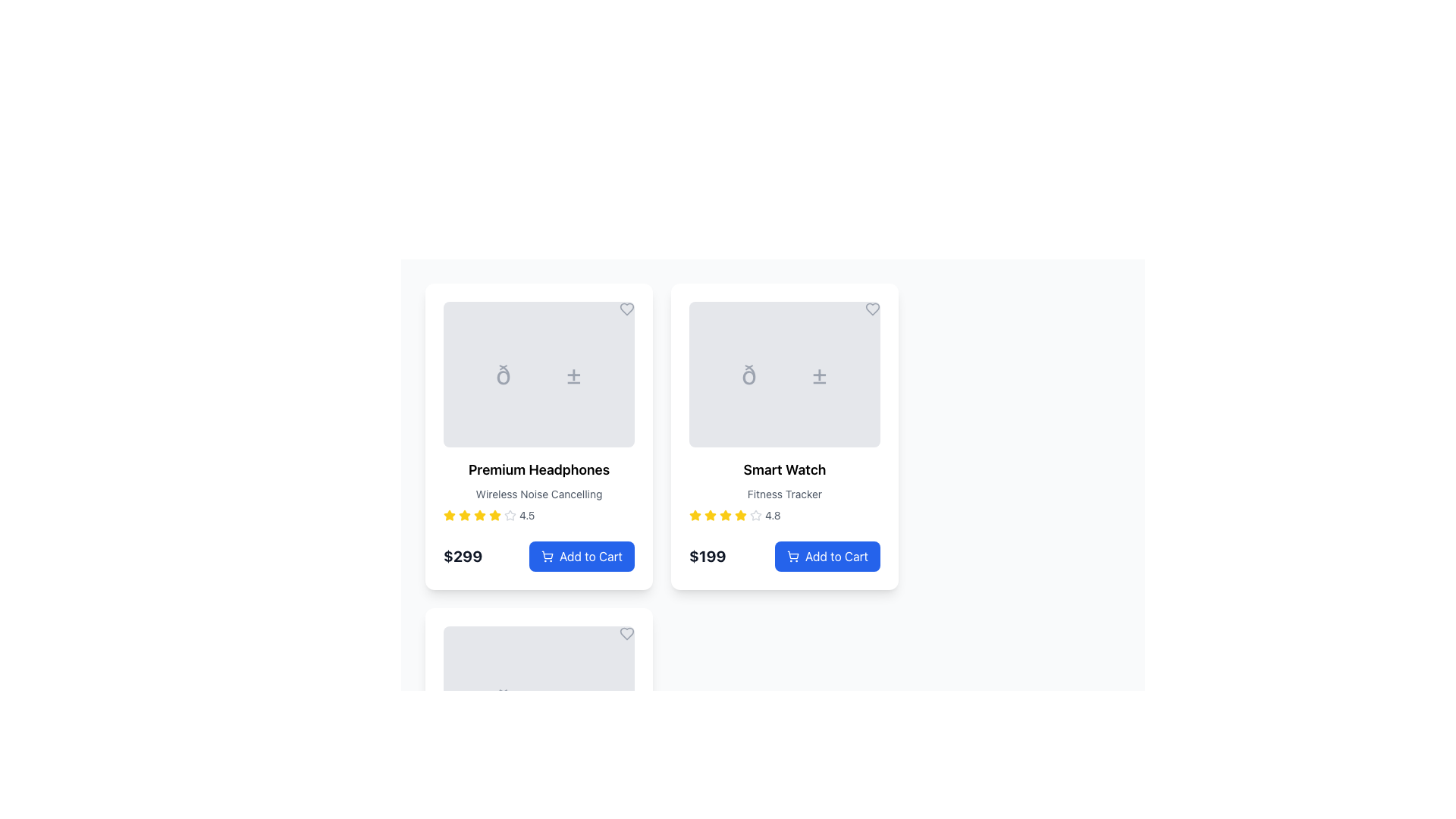 Image resolution: width=1456 pixels, height=819 pixels. I want to click on the 'Add to Cart' button with a shopping cart icon located beneath the title 'Smart Watch' and aligned to the right of the price label '$199', so click(785, 550).